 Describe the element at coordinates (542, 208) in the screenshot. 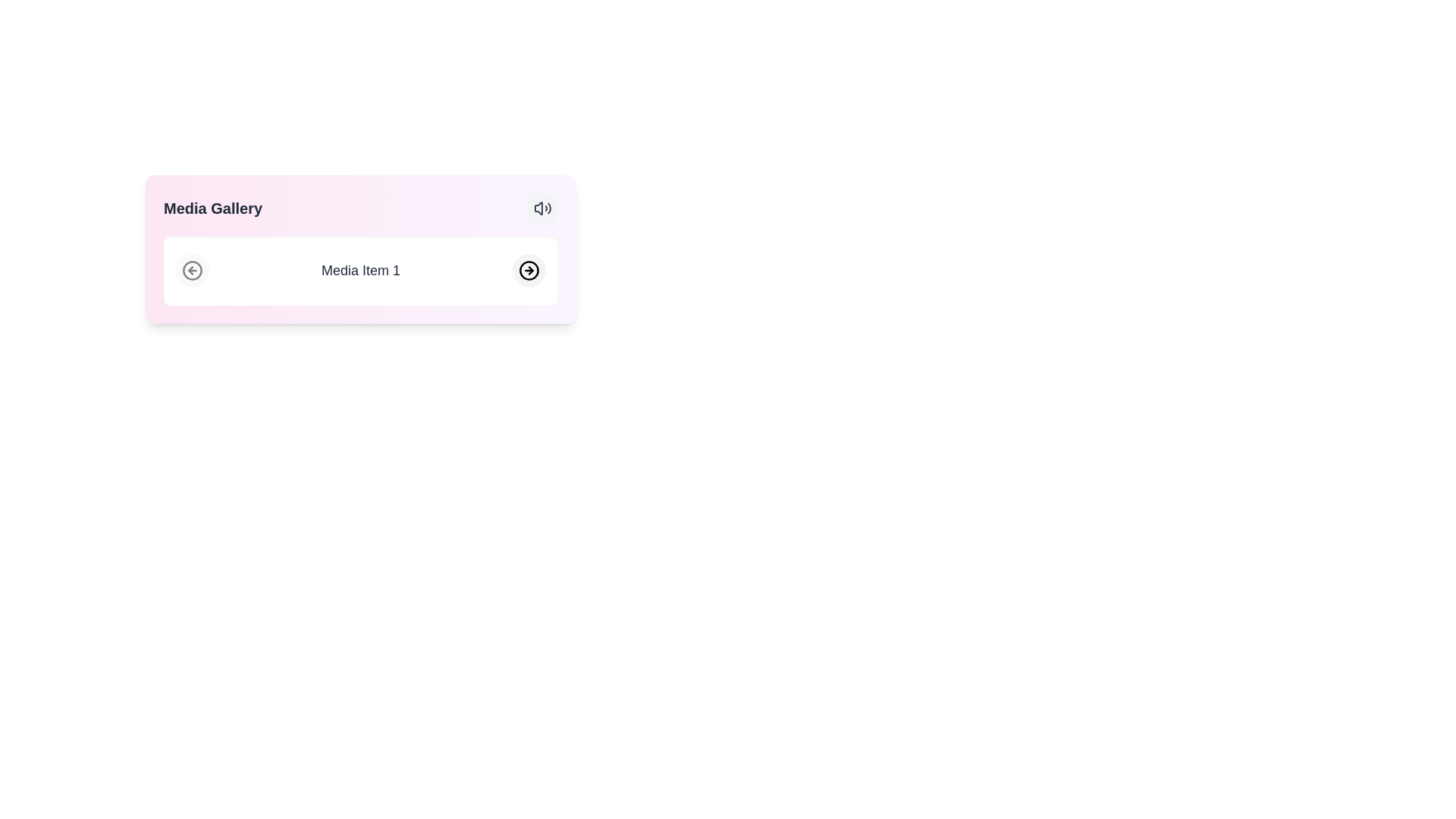

I see `the speaker icon button in the top-right corner of the 'Media Gallery' panel` at that location.